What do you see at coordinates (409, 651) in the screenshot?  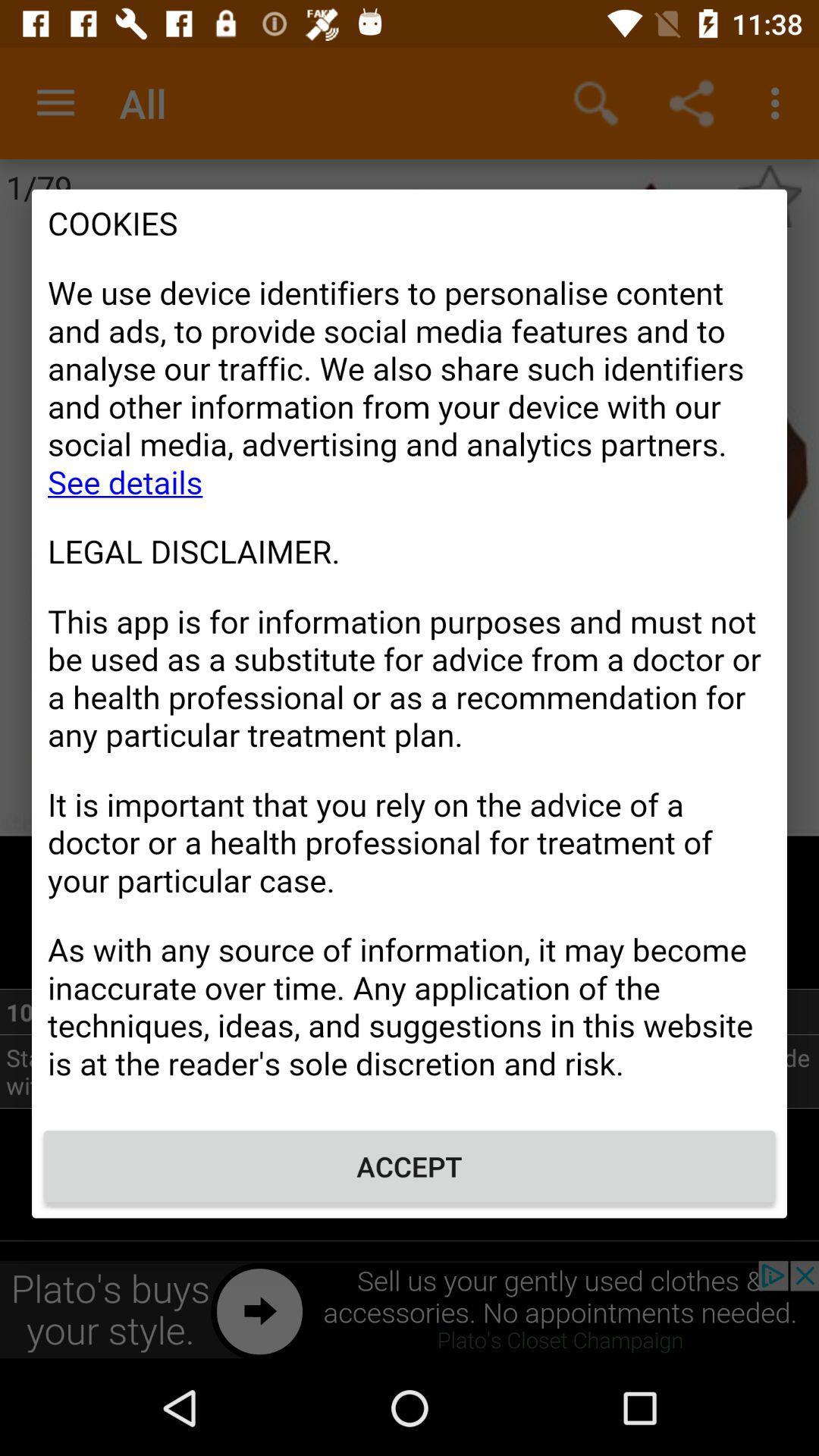 I see `app terms and conditions` at bounding box center [409, 651].